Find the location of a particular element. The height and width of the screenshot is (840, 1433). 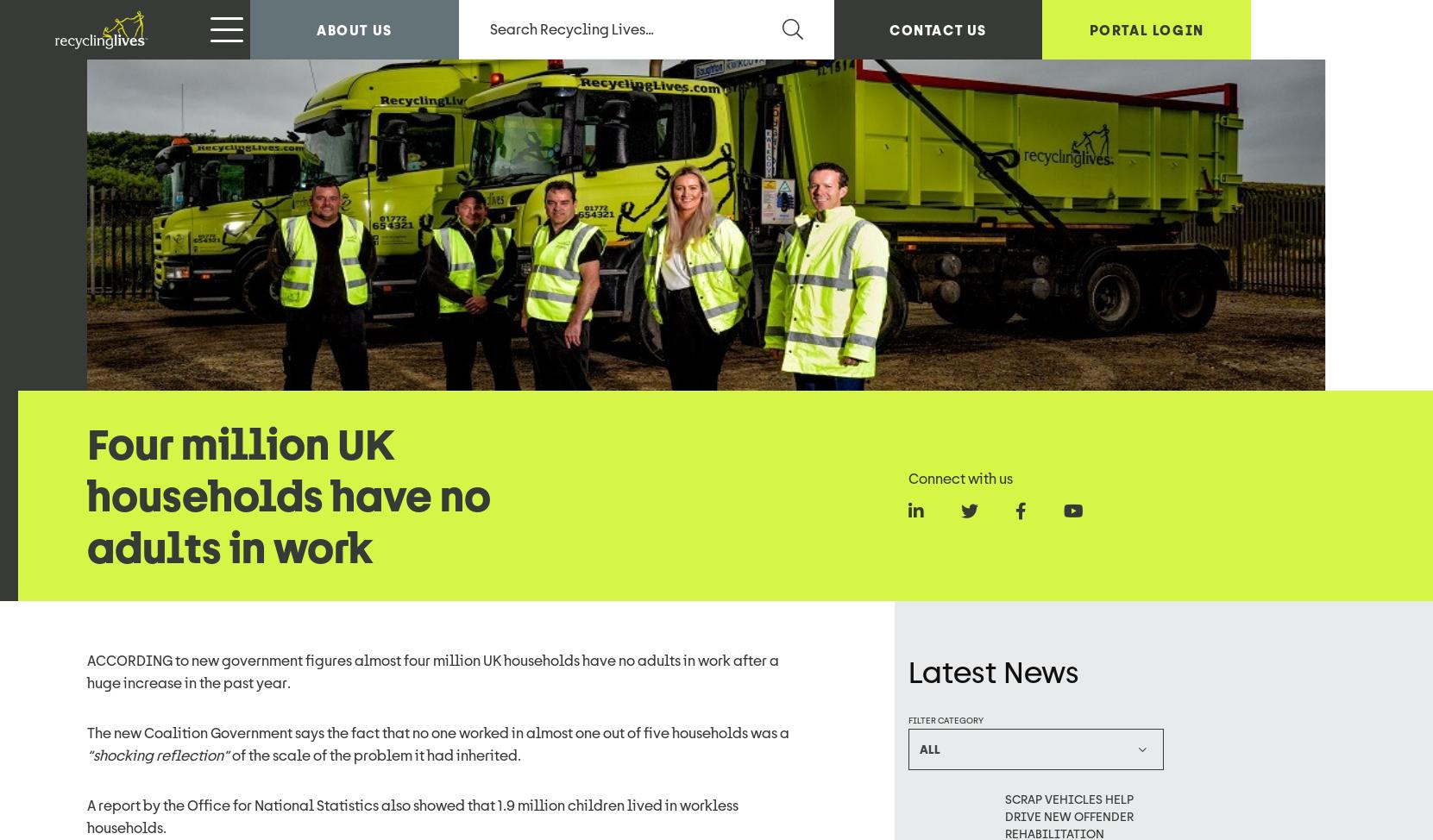

'Scrap vehicles help drive new offender rehabilitation programme at East Mids Prison' is located at coordinates (1069, 64).